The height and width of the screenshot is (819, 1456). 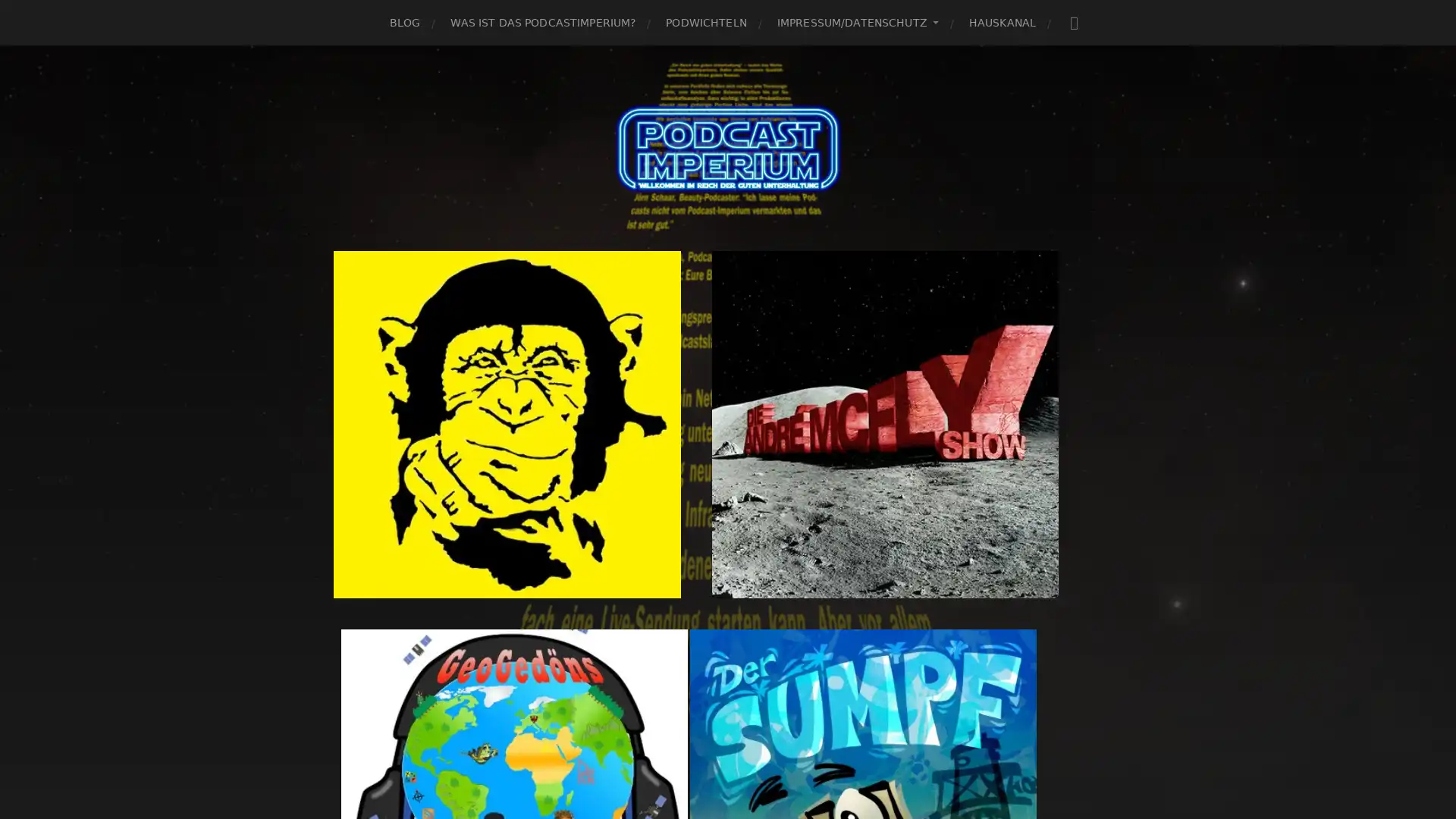 What do you see at coordinates (1073, 22) in the screenshot?
I see `SEARCH` at bounding box center [1073, 22].